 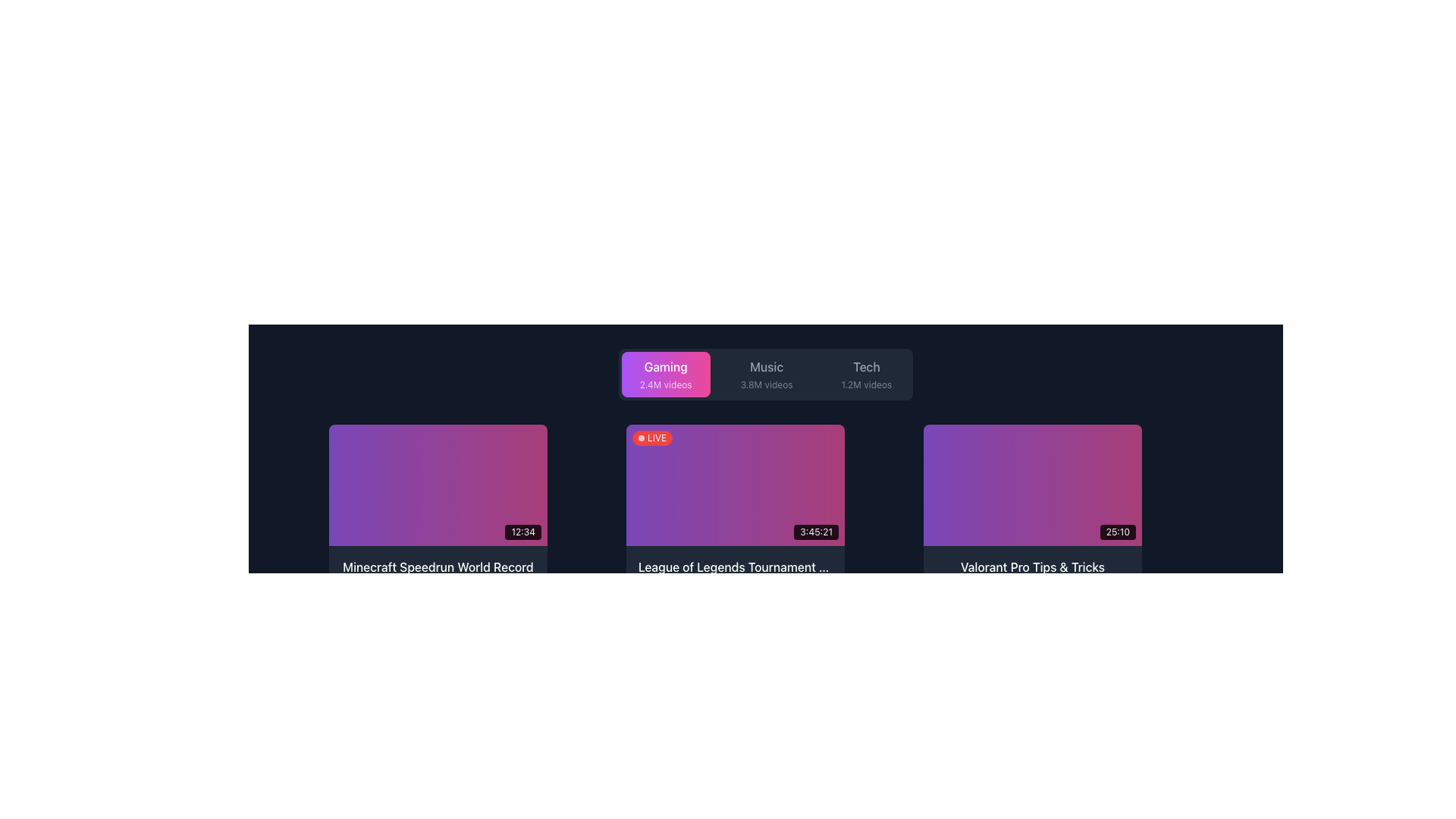 What do you see at coordinates (866, 384) in the screenshot?
I see `the text label displaying '1.2M videos', which is positioned below 'Tech' and adjacent to 'Music'` at bounding box center [866, 384].